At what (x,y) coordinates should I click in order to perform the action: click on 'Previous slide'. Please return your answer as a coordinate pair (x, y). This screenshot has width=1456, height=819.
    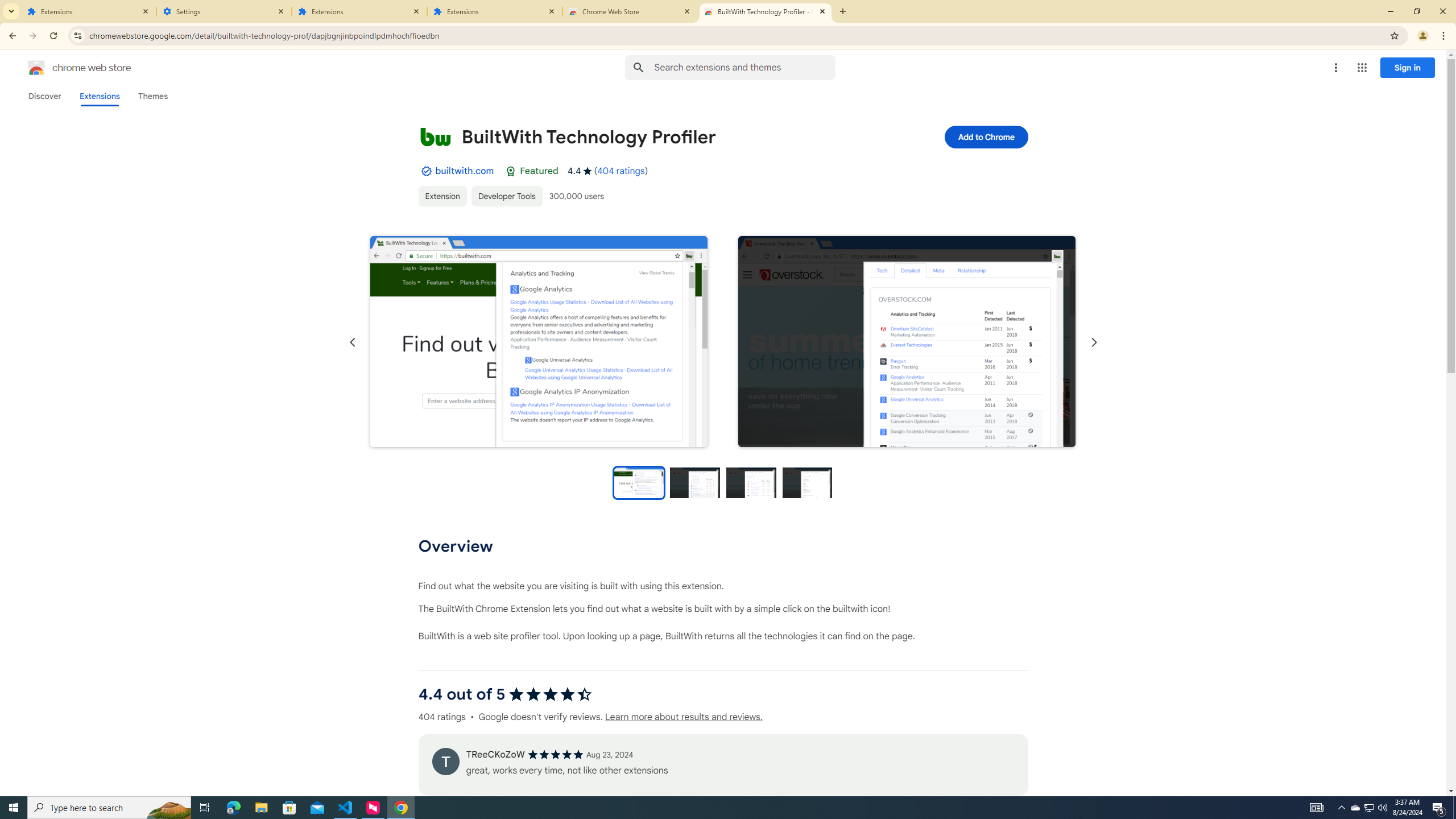
    Looking at the image, I should click on (352, 342).